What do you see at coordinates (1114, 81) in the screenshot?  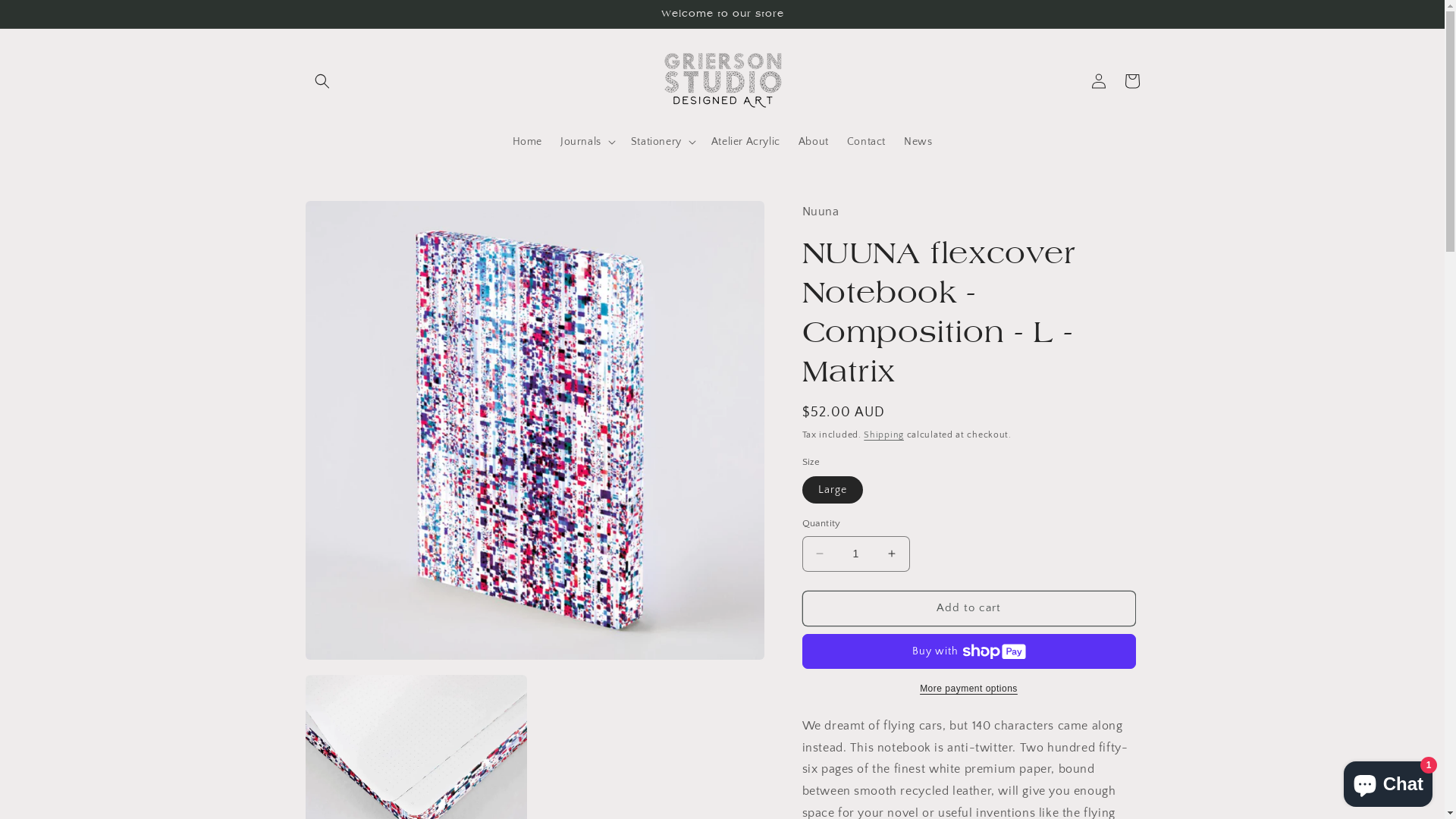 I see `'Cart'` at bounding box center [1114, 81].